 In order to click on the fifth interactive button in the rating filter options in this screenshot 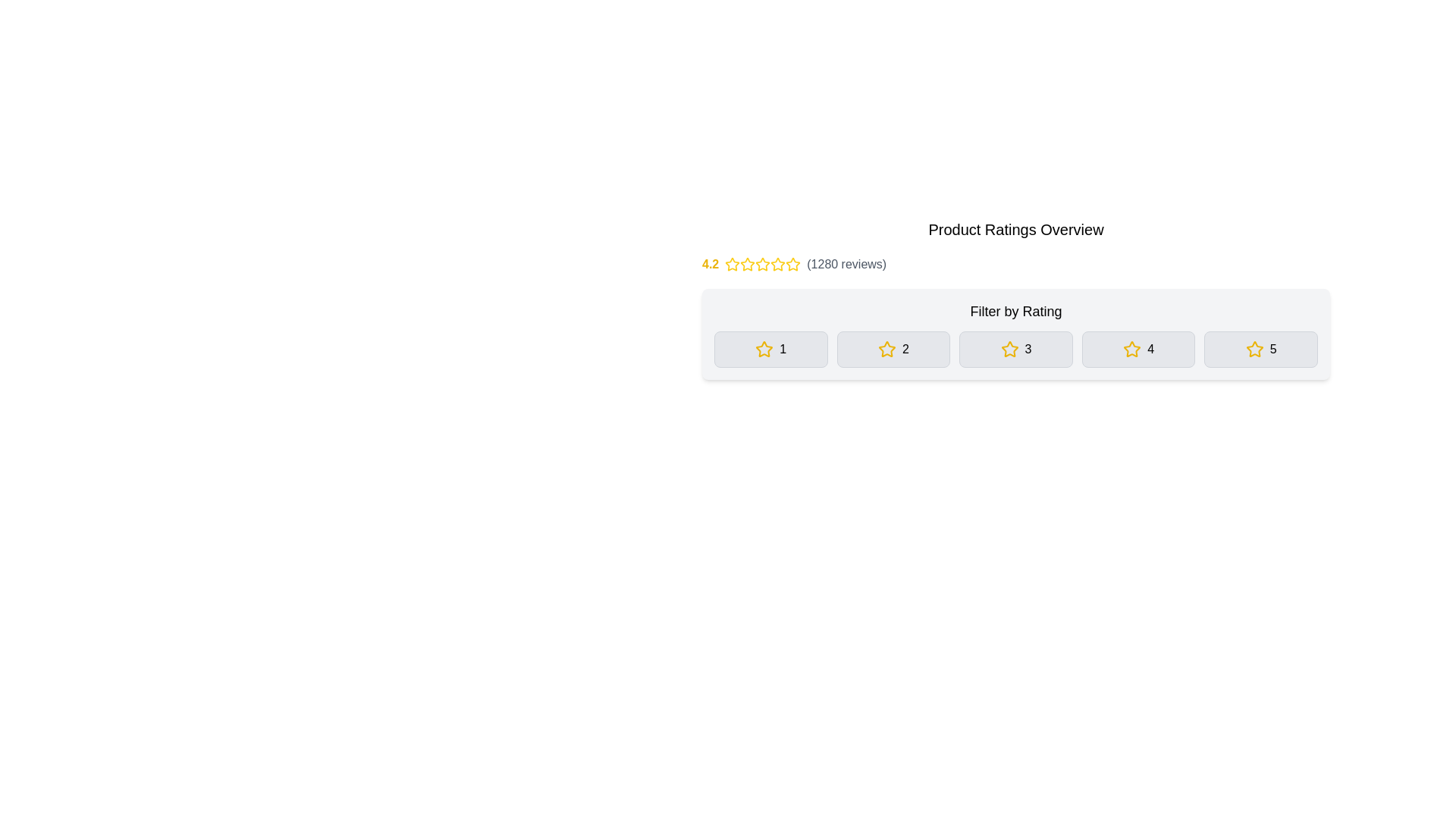, I will do `click(1261, 350)`.